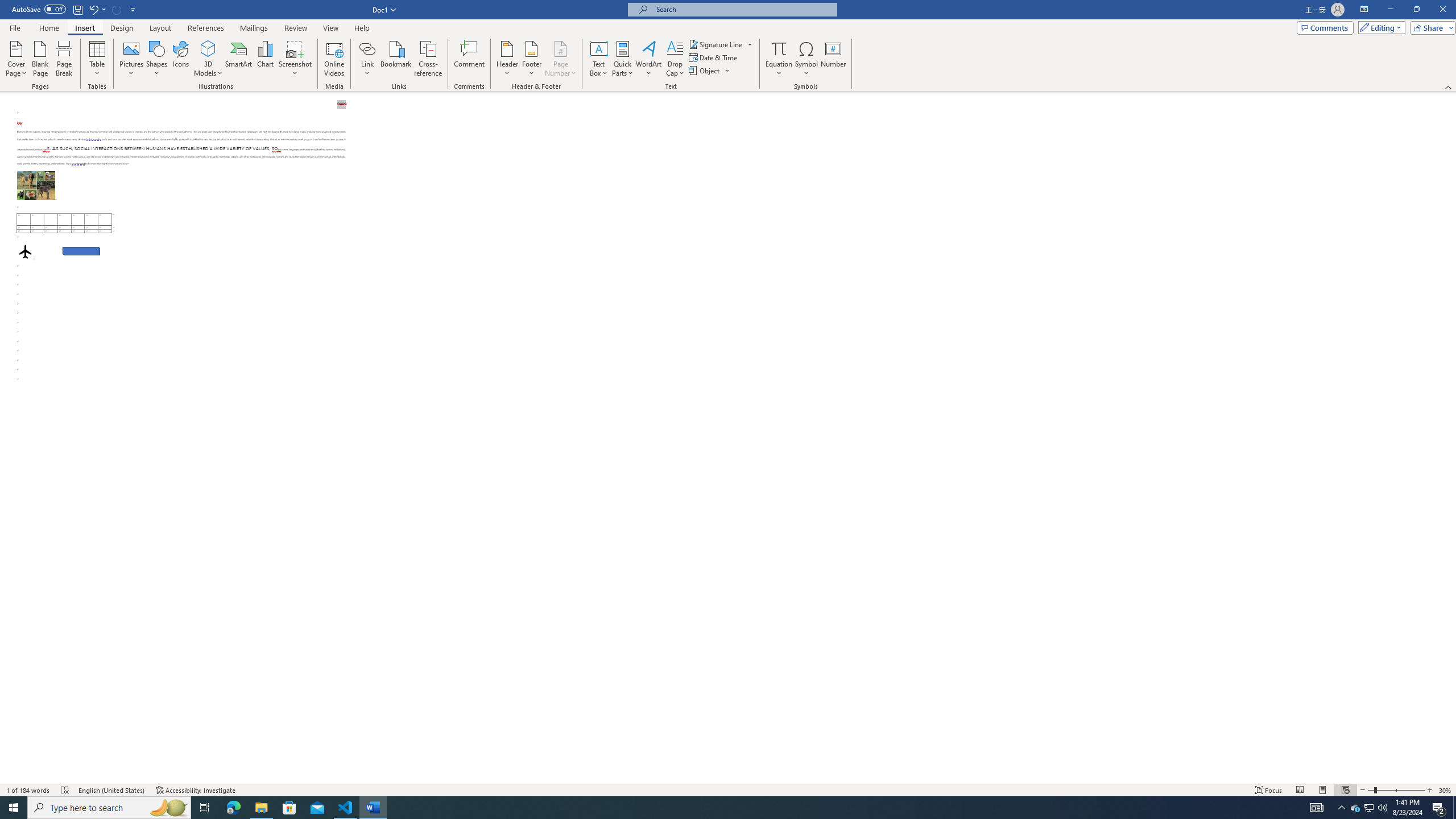  Describe the element at coordinates (1322, 790) in the screenshot. I see `'Print Layout'` at that location.